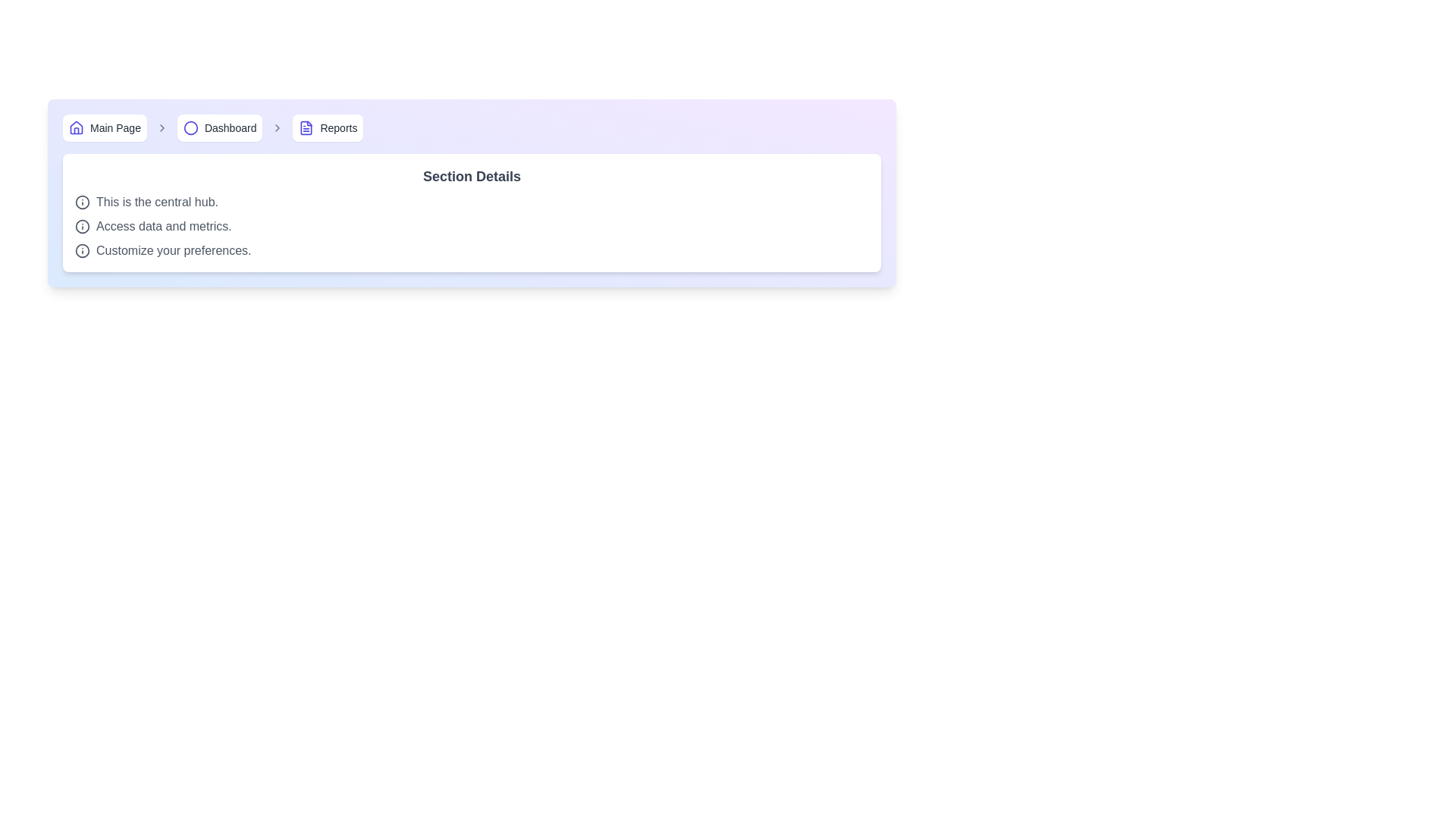  Describe the element at coordinates (75, 127) in the screenshot. I see `the 'Main Page' icon in the breadcrumb navigation located at the top-left corner of the interface` at that location.